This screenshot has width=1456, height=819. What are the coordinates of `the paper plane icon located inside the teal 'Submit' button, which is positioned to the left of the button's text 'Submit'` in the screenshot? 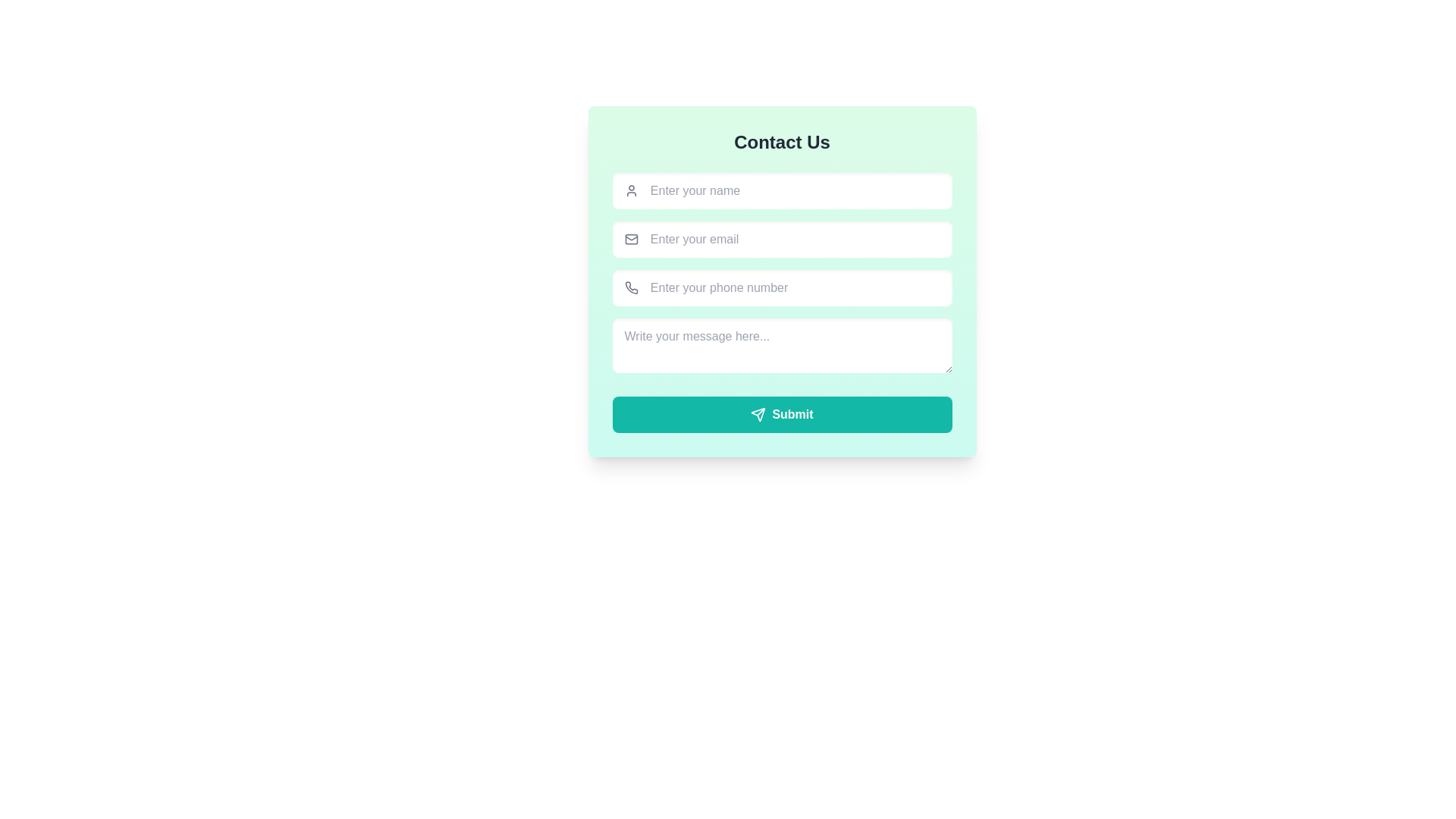 It's located at (758, 415).